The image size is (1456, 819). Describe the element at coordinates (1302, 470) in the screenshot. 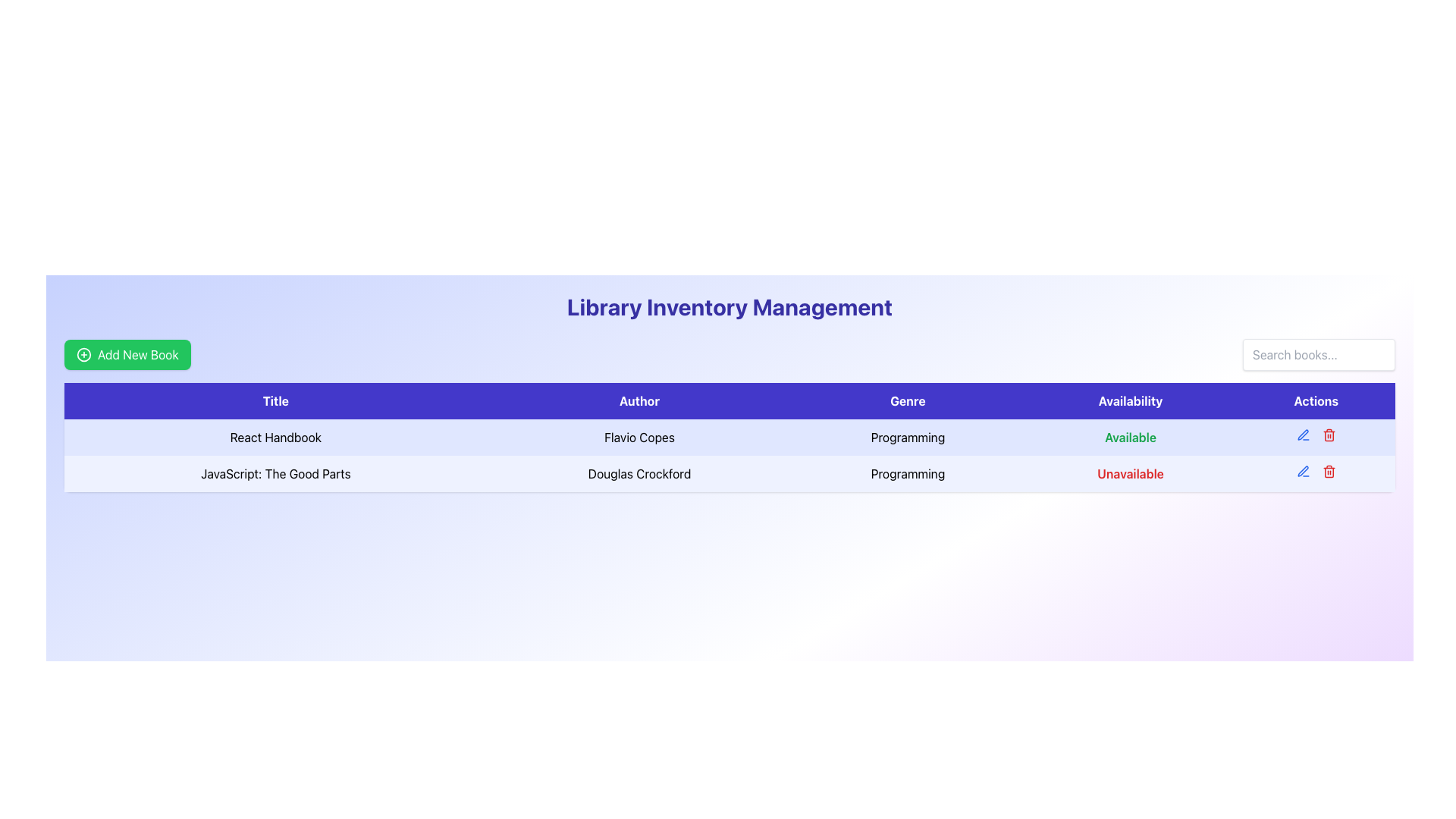

I see `the edit button located in the first row of the table in the 'Actions' column` at that location.